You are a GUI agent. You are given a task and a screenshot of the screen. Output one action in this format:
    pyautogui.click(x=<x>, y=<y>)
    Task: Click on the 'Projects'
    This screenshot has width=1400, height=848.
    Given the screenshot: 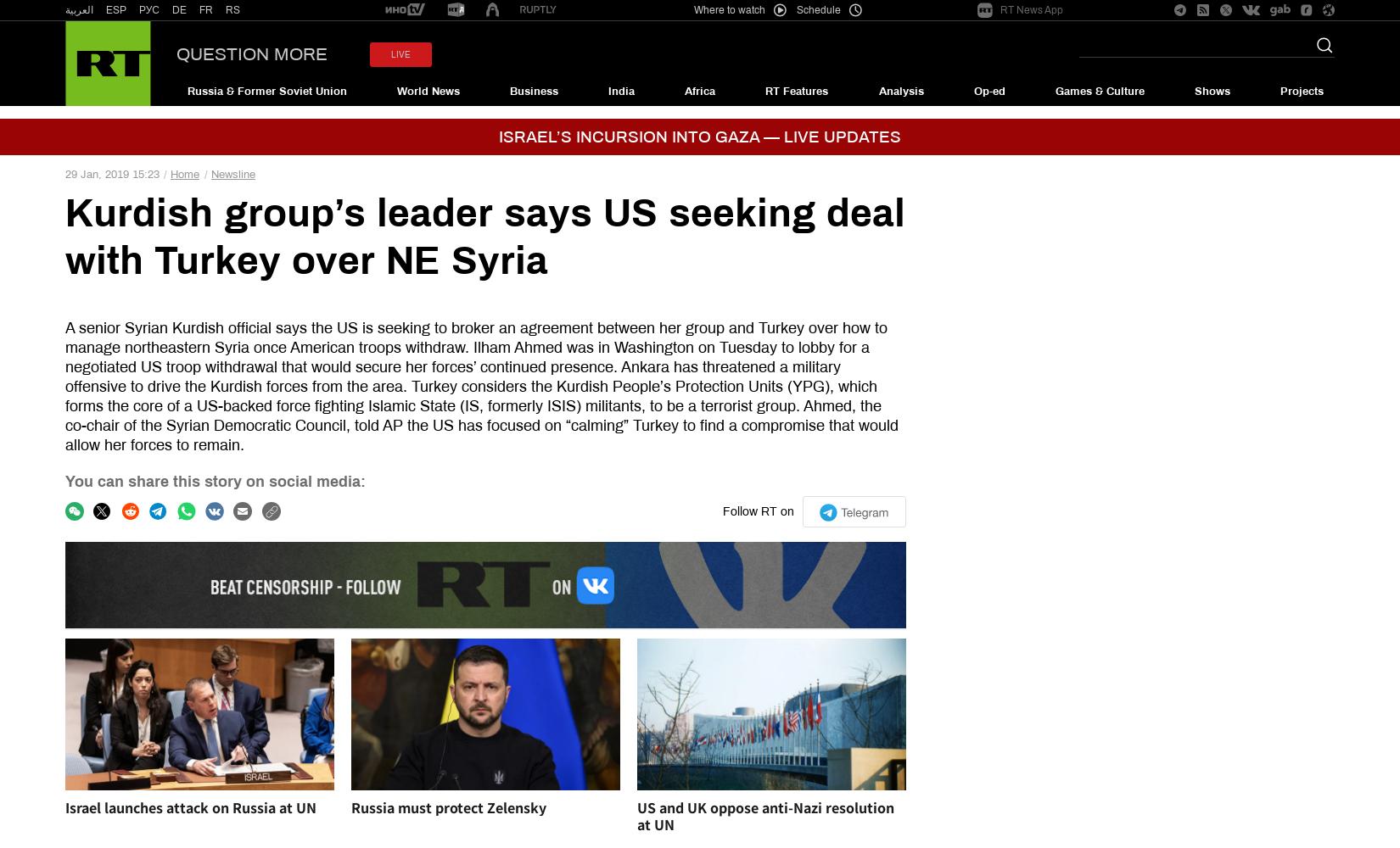 What is the action you would take?
    pyautogui.click(x=1300, y=90)
    